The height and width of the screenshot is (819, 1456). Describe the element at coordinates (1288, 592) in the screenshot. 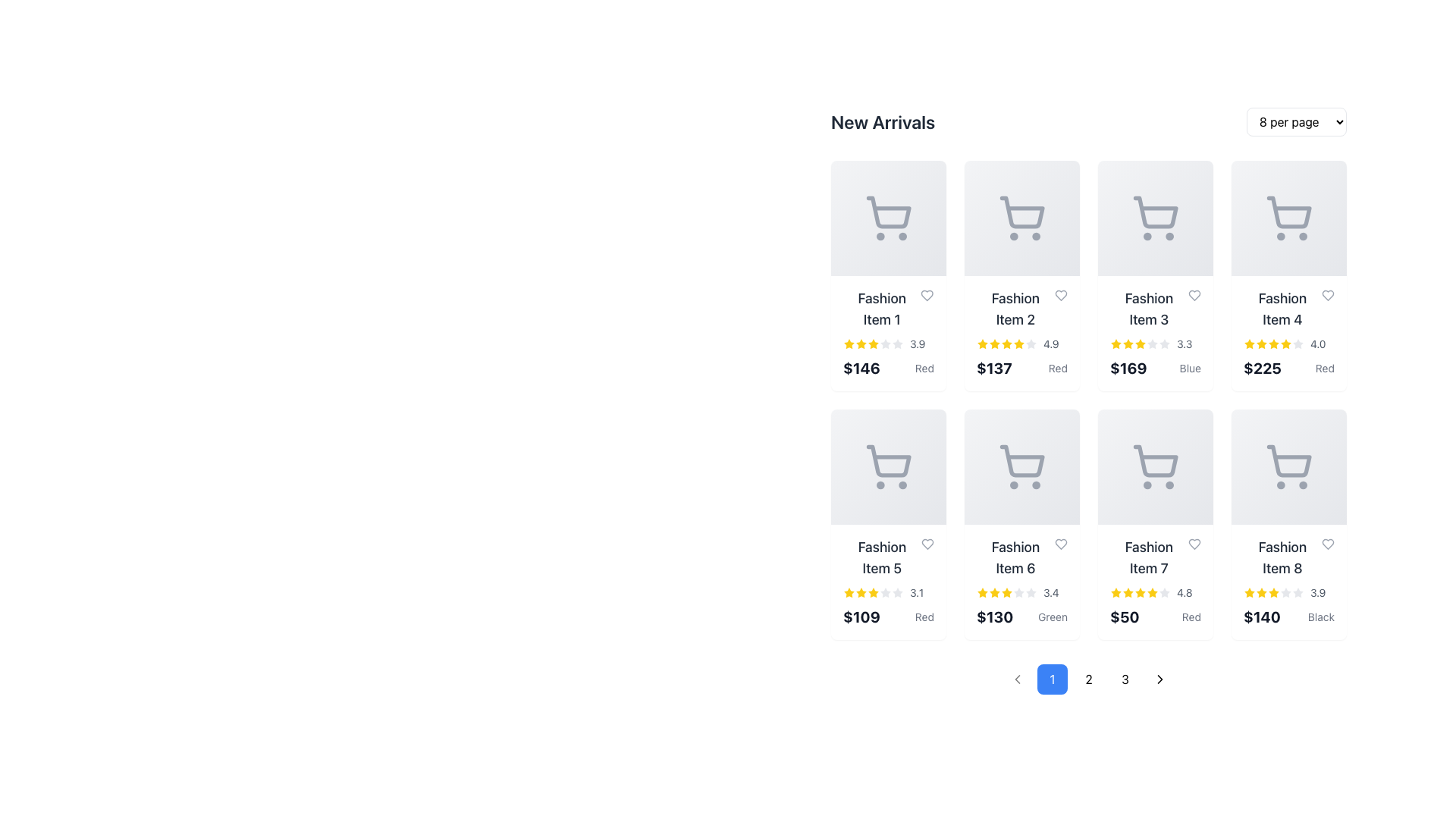

I see `the numeric value '3.9' of the star-based rating component located in the product listing card for 'Fashion Item 8'` at that location.